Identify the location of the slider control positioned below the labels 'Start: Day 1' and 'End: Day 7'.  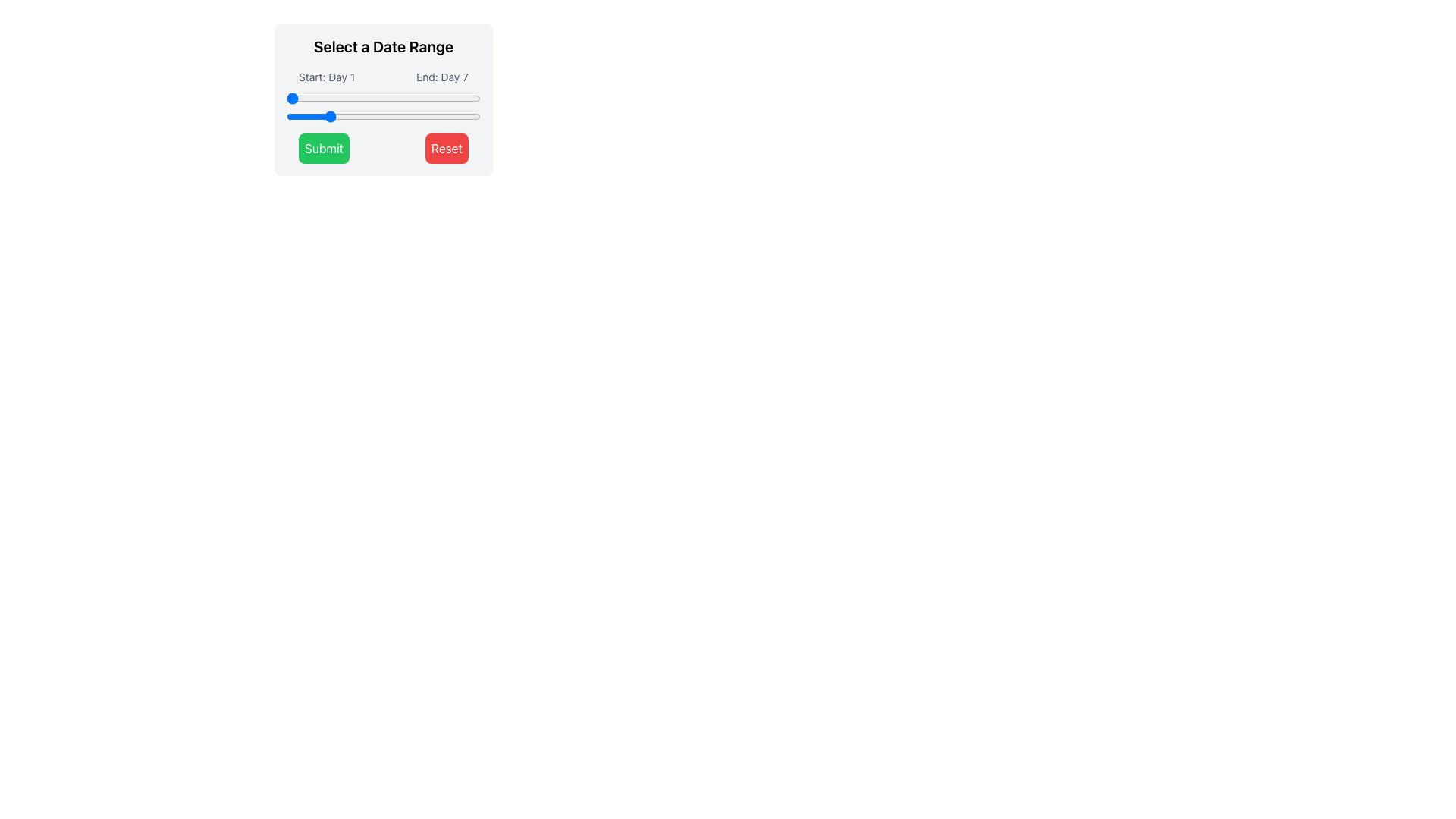
(383, 108).